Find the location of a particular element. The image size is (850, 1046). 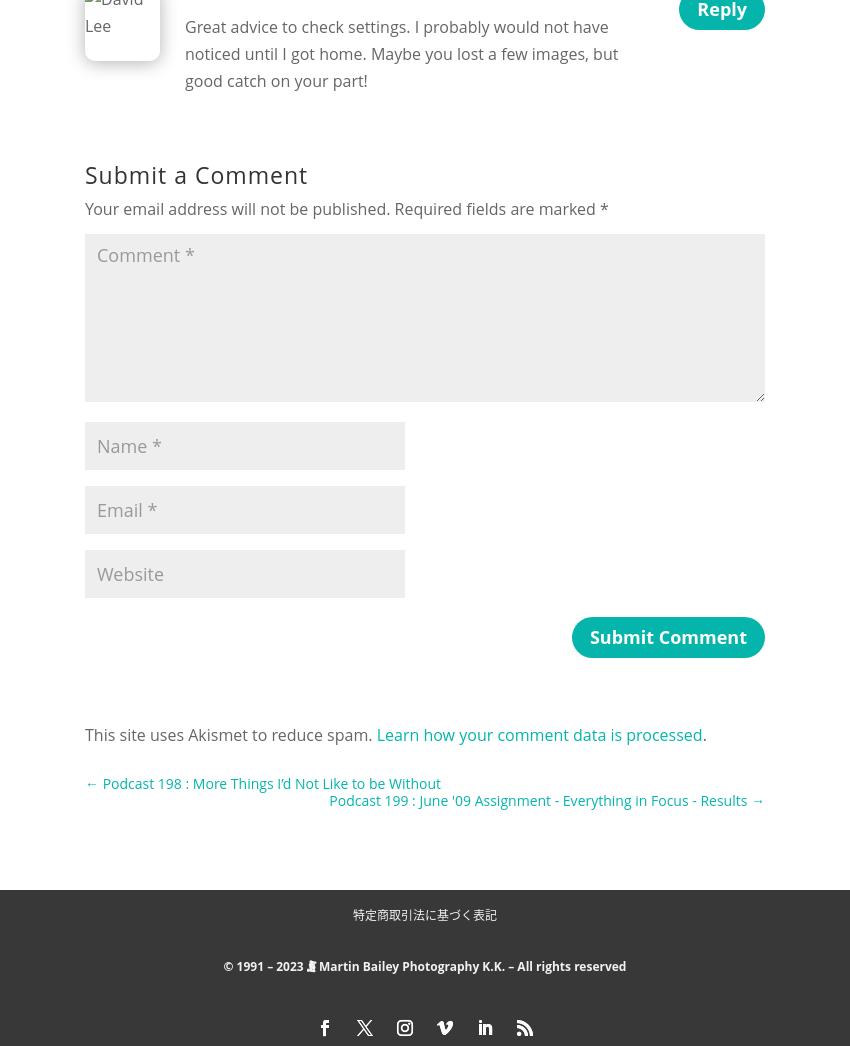

'Learn how your comment data is processed' is located at coordinates (537, 734).